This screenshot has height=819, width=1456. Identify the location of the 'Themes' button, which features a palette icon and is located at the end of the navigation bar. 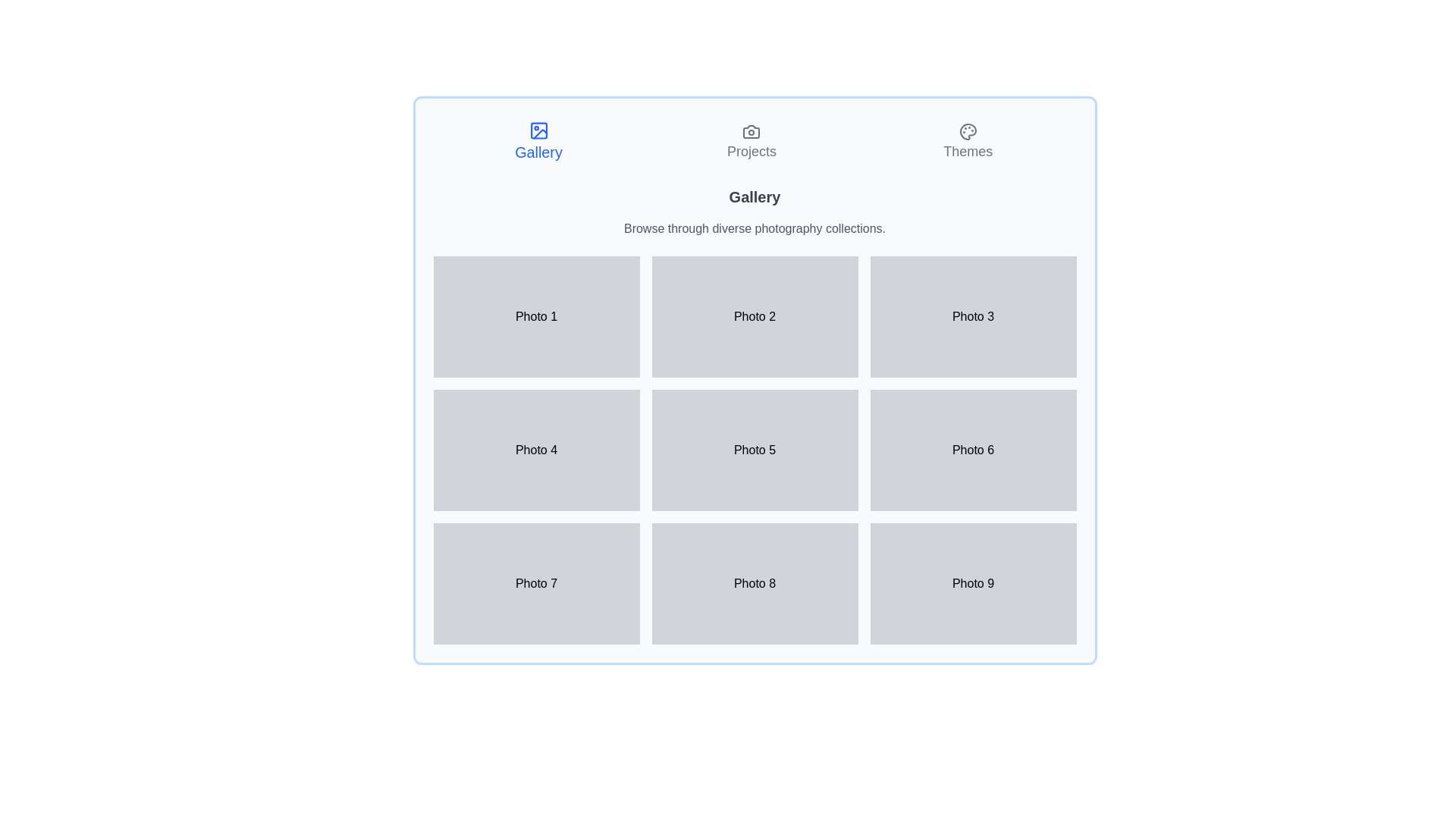
(967, 143).